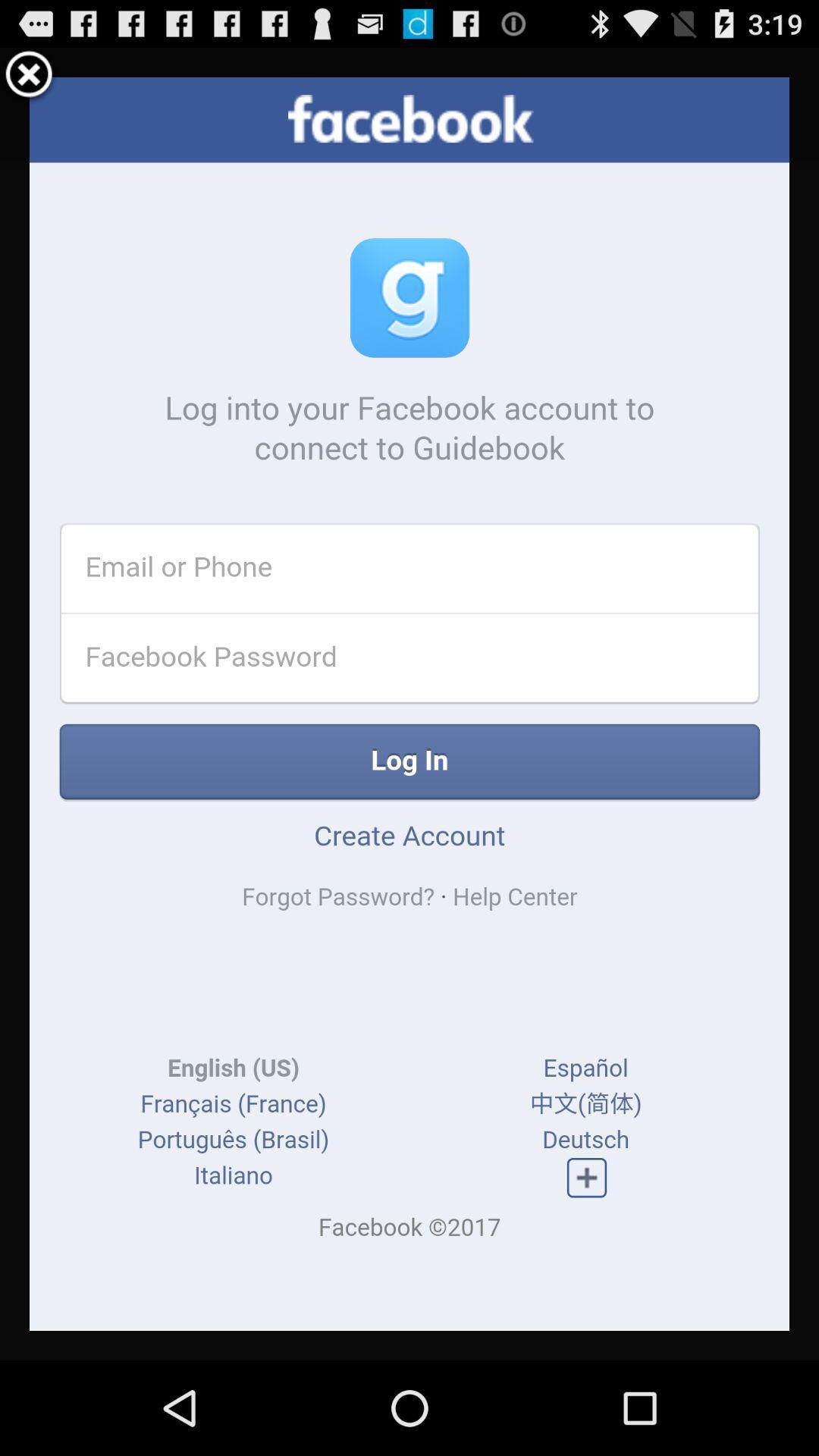  What do you see at coordinates (29, 76) in the screenshot?
I see `cole` at bounding box center [29, 76].